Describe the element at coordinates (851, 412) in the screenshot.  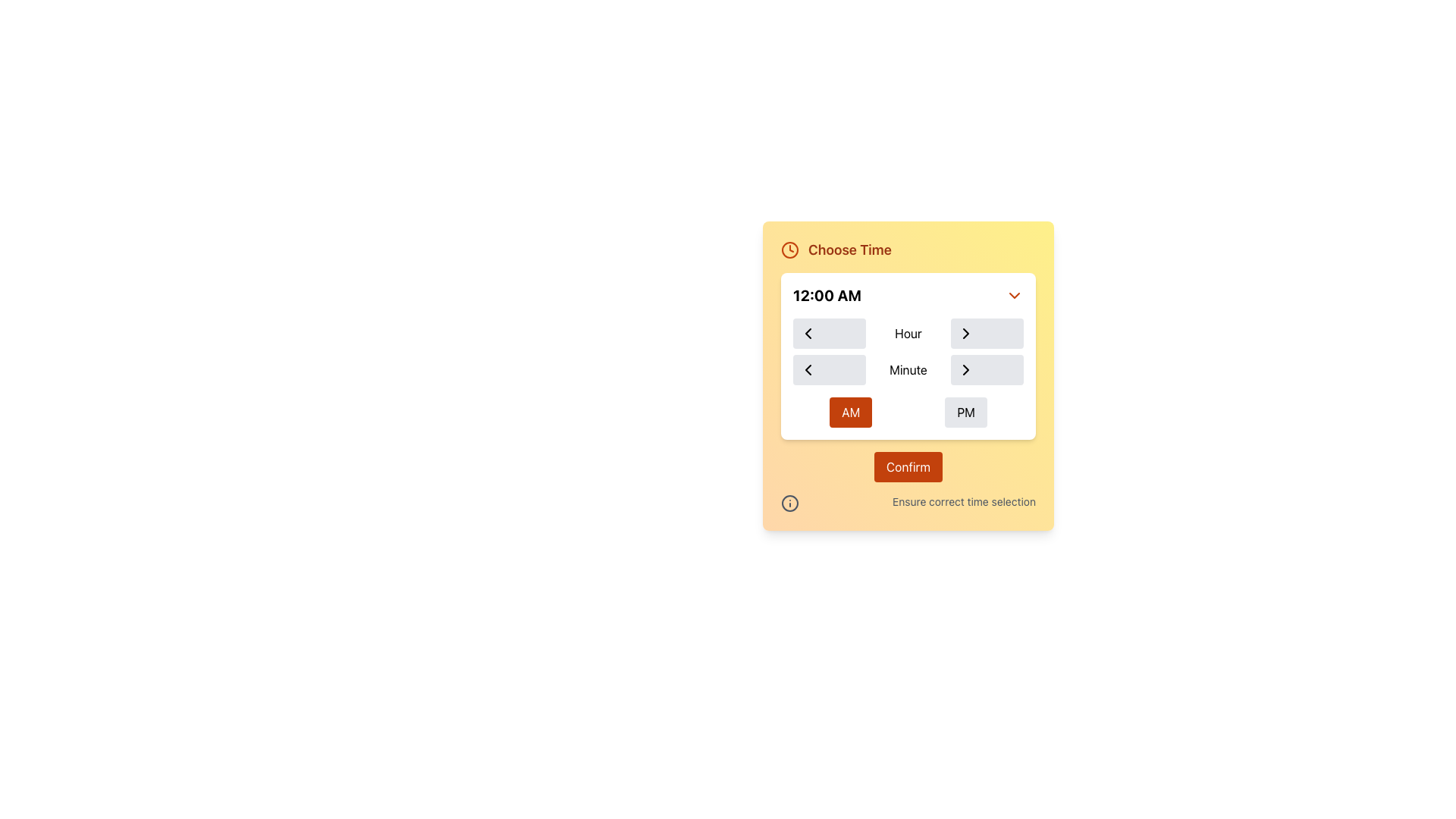
I see `the 'AM' toggle button in the 'Choose Time' interface` at that location.